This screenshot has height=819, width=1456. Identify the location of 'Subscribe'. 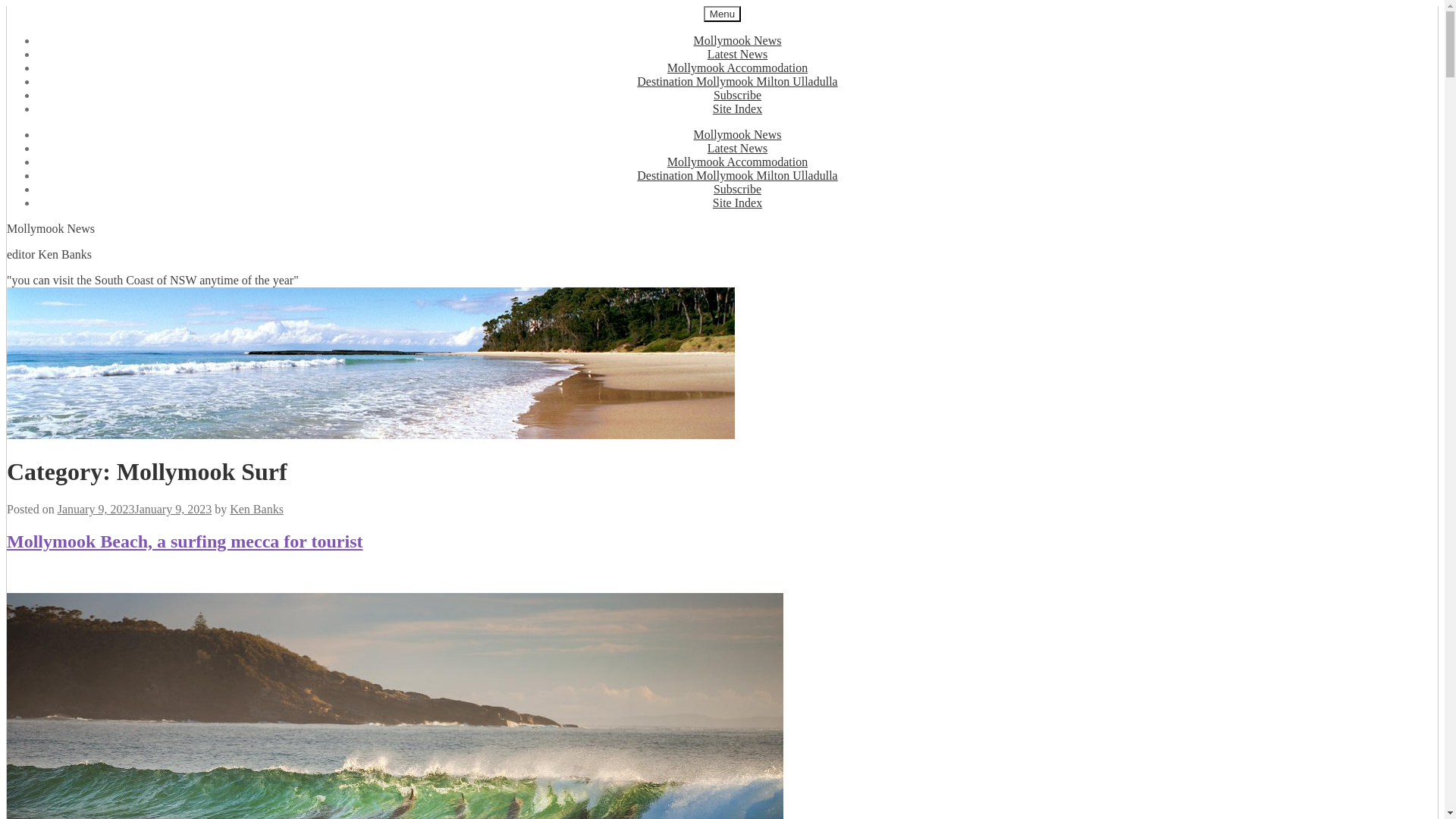
(737, 188).